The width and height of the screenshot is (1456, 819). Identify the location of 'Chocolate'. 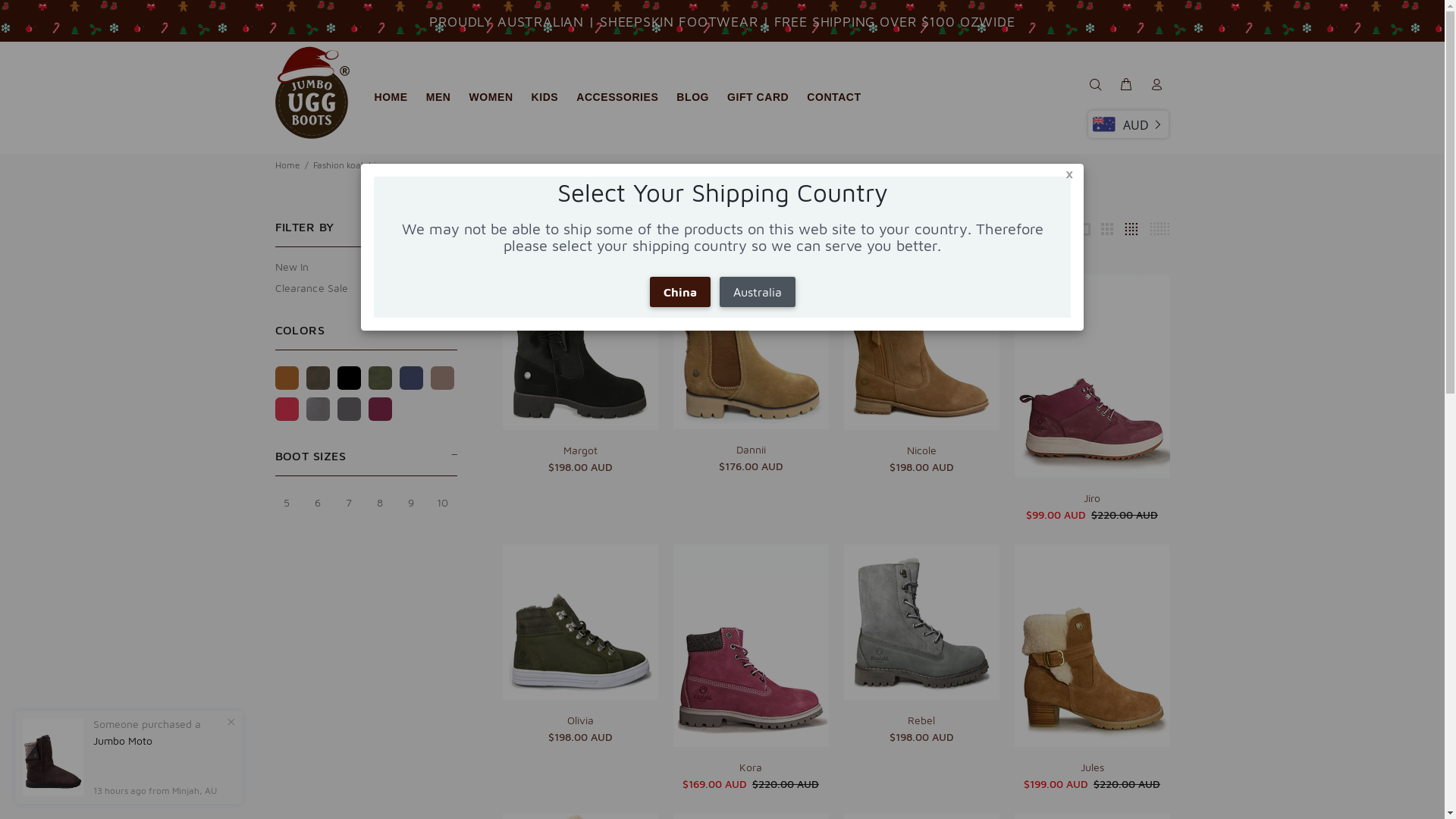
(305, 376).